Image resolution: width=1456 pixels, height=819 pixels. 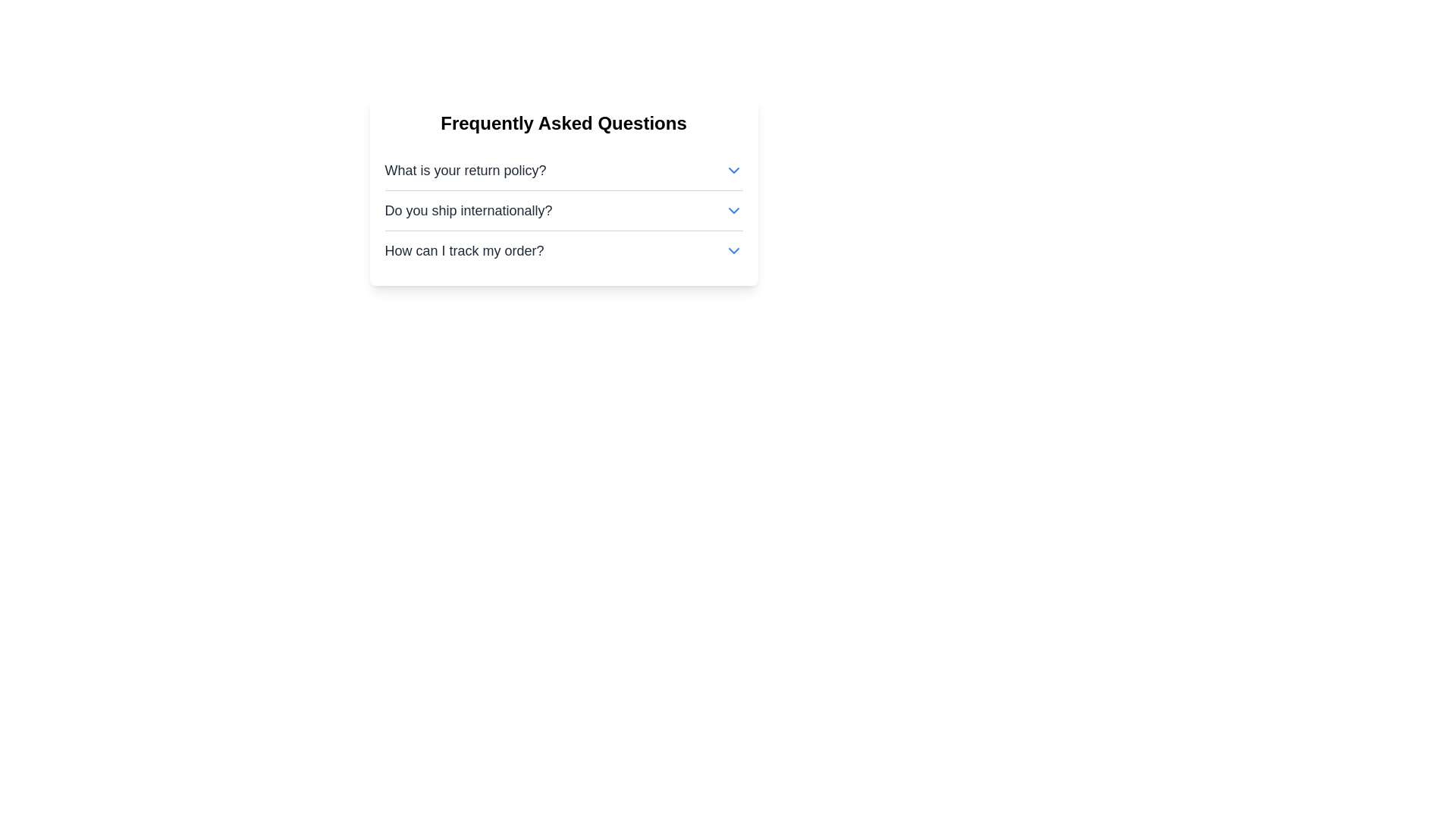 I want to click on the first expandable list item under the 'Frequently Asked Questions' section, so click(x=563, y=170).